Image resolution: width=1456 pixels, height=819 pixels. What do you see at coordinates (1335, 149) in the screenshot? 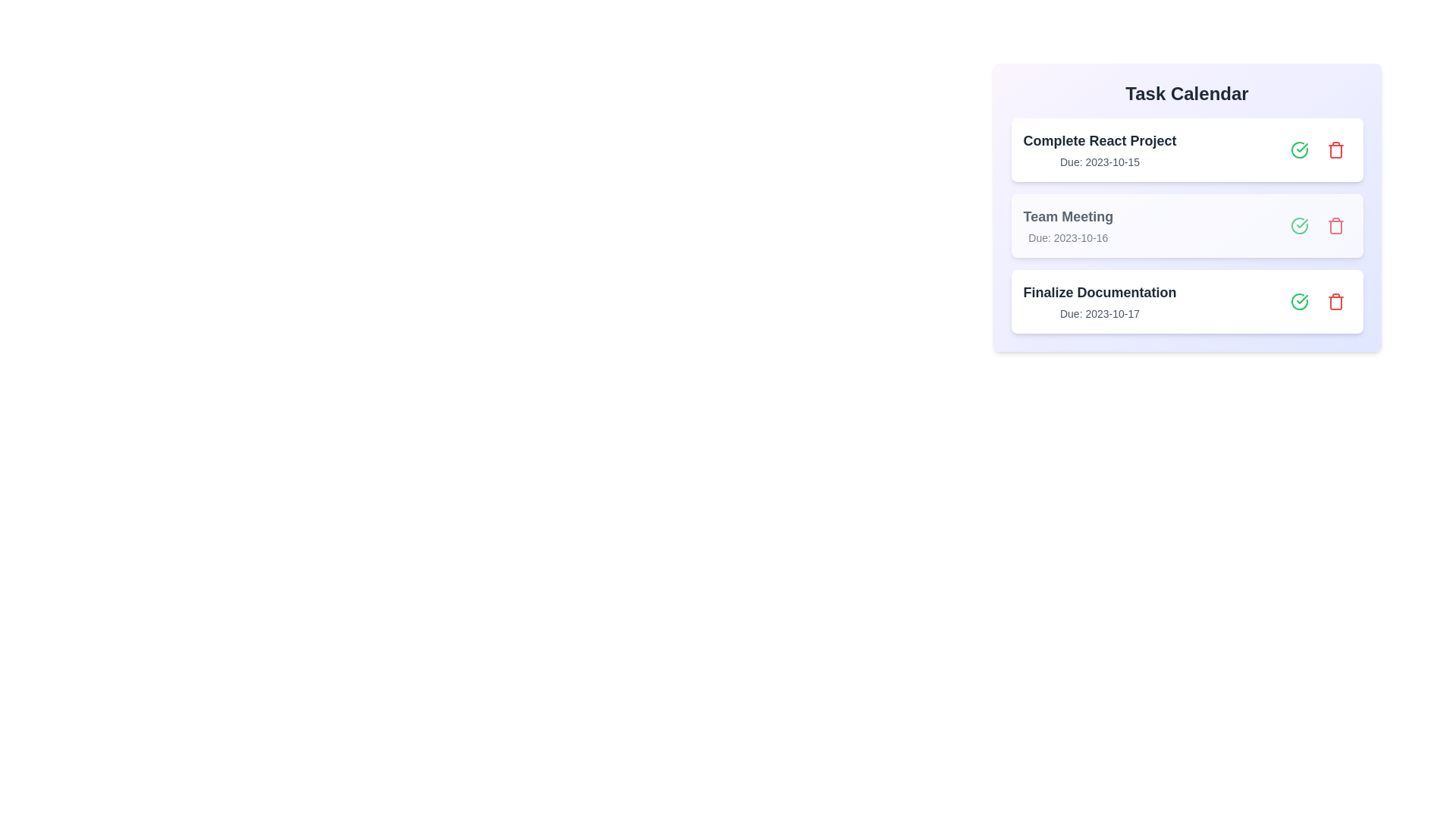
I see `delete button for the task with the name Complete React Project` at bounding box center [1335, 149].